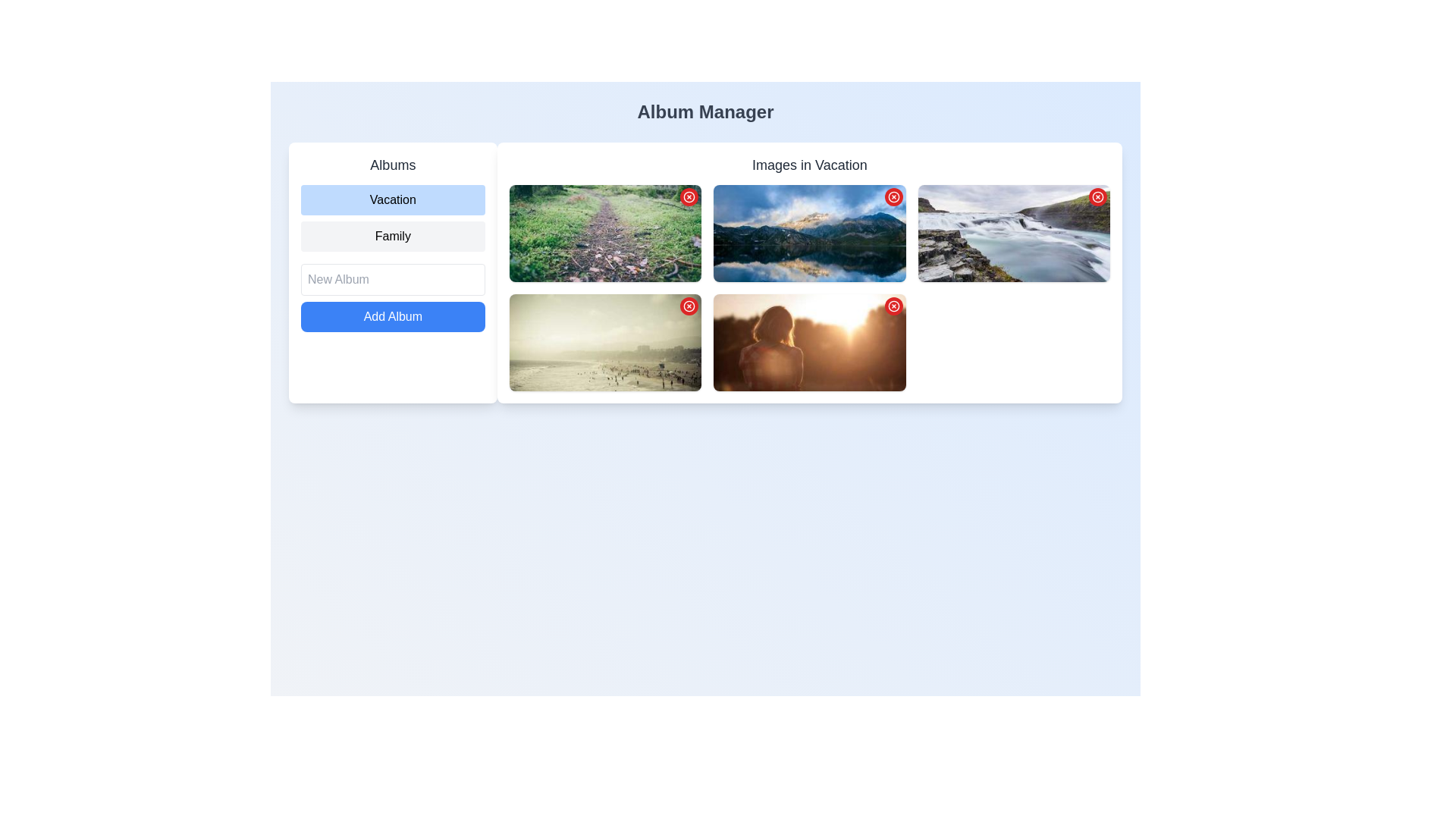 Image resolution: width=1456 pixels, height=819 pixels. What do you see at coordinates (1098, 196) in the screenshot?
I see `the close button icon, which is a small circular red icon with a white 'X' inside, located at the top-right corner of the second image in the 'Images in Vacation' section` at bounding box center [1098, 196].